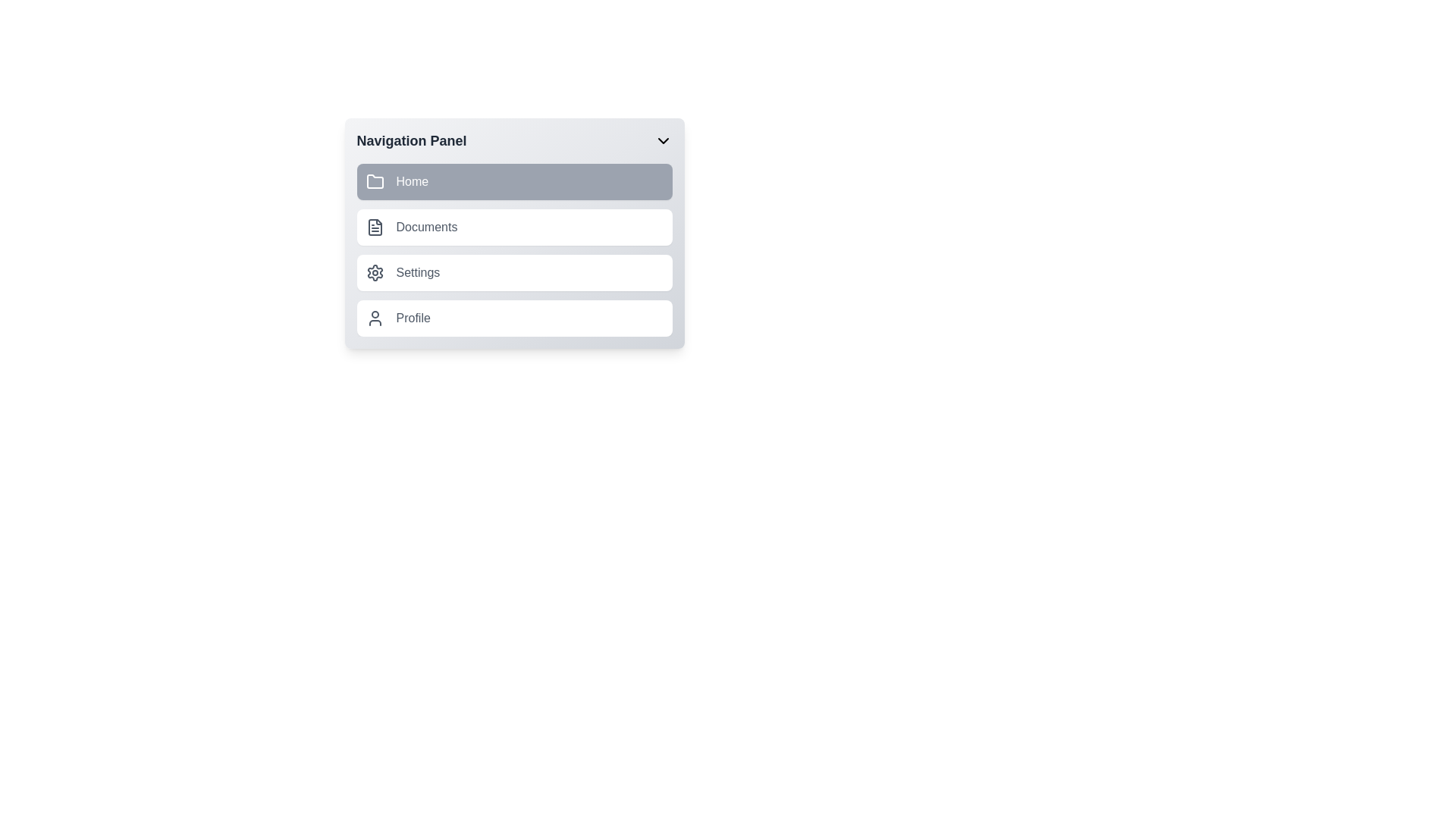 The width and height of the screenshot is (1456, 819). What do you see at coordinates (418, 271) in the screenshot?
I see `text of the third item in the vertically stacked navigation menu, which indicates a navigation option for accessing settings or configuration options` at bounding box center [418, 271].